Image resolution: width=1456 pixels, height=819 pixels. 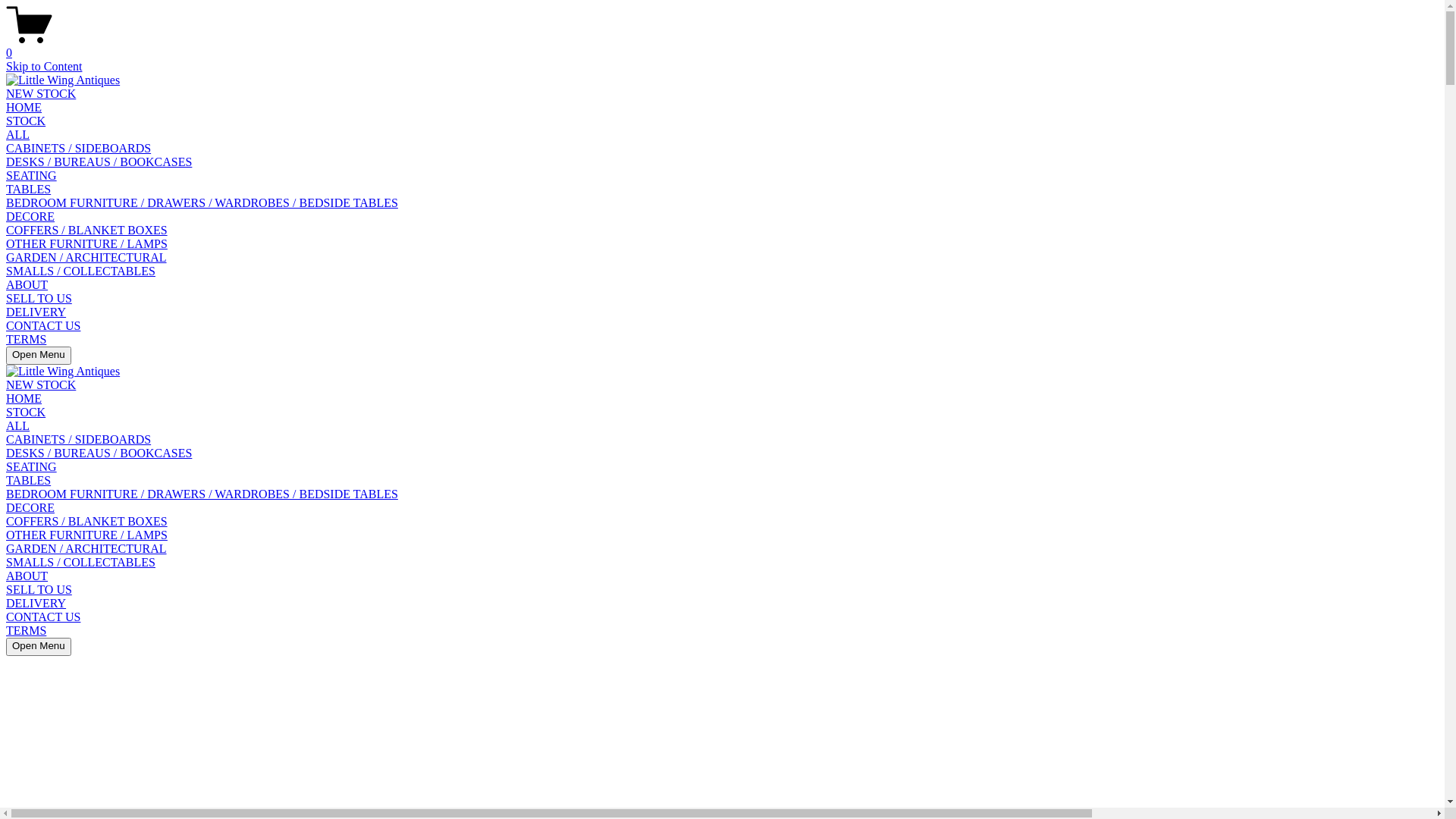 What do you see at coordinates (25, 412) in the screenshot?
I see `'STOCK'` at bounding box center [25, 412].